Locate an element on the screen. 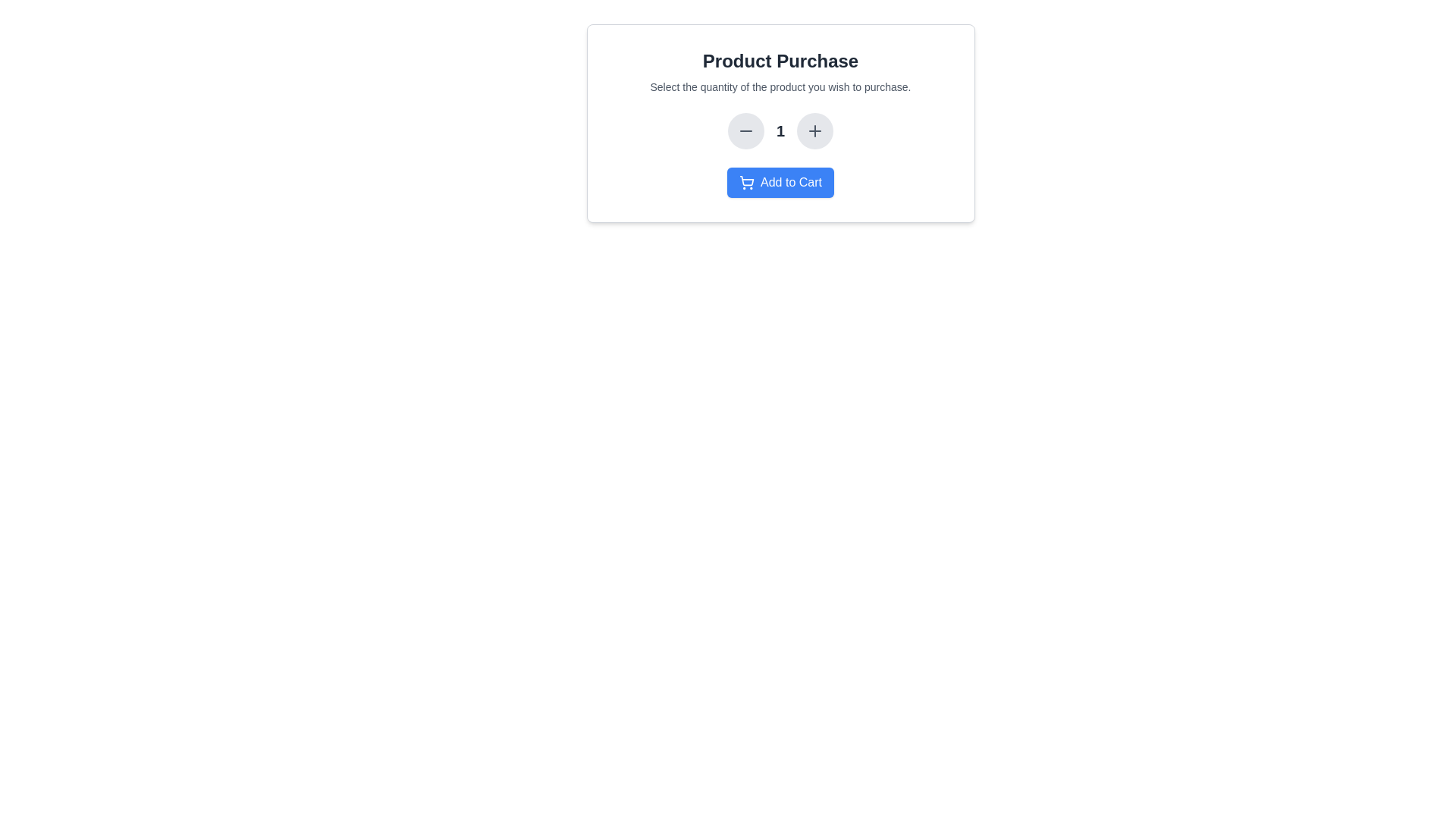 The width and height of the screenshot is (1456, 819). the bold static text heading displaying 'Product Purchase', which is centrally aligned at the top of a white card-like panel is located at coordinates (780, 61).